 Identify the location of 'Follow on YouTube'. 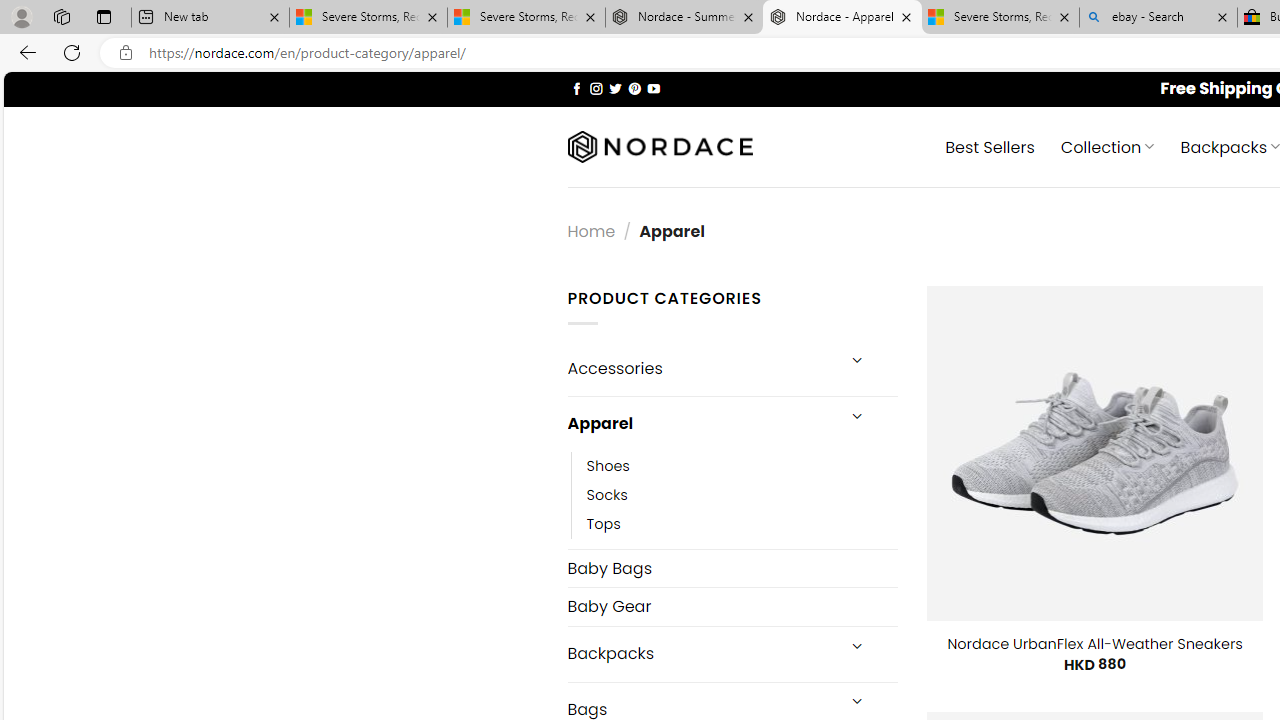
(653, 87).